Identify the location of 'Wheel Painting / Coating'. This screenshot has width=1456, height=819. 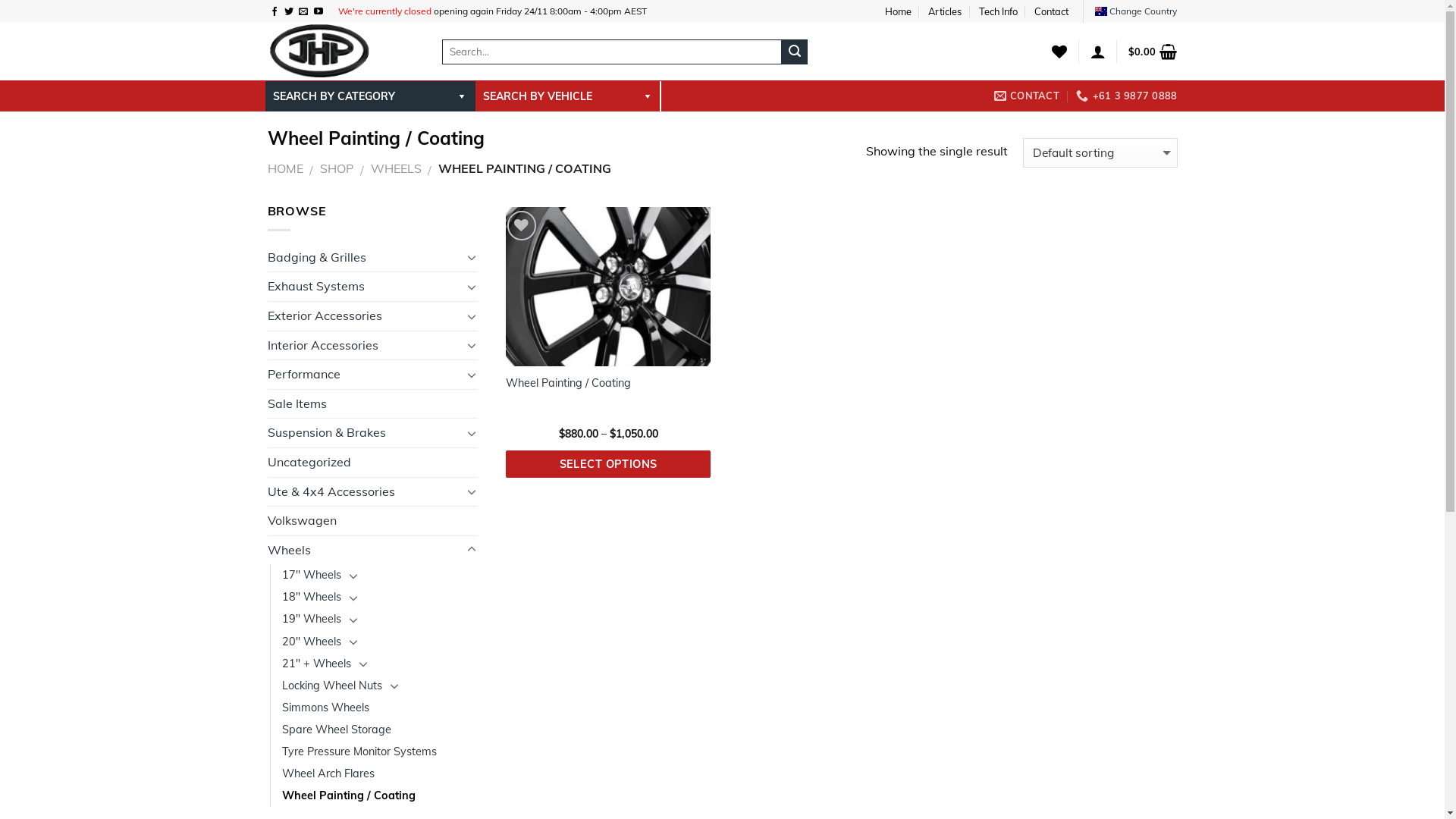
(282, 795).